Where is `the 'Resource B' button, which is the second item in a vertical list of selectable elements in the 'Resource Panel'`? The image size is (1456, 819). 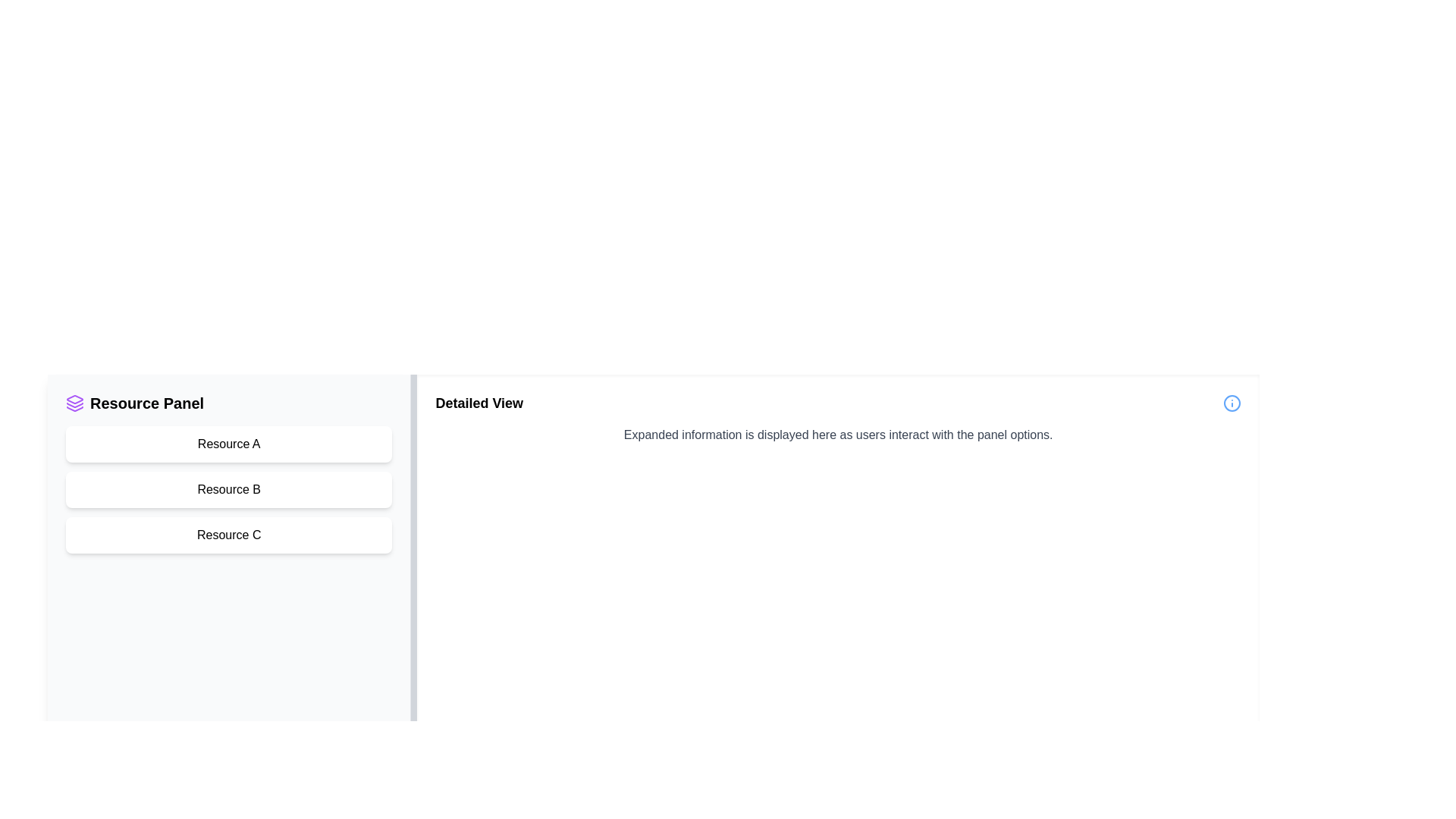 the 'Resource B' button, which is the second item in a vertical list of selectable elements in the 'Resource Panel' is located at coordinates (228, 489).